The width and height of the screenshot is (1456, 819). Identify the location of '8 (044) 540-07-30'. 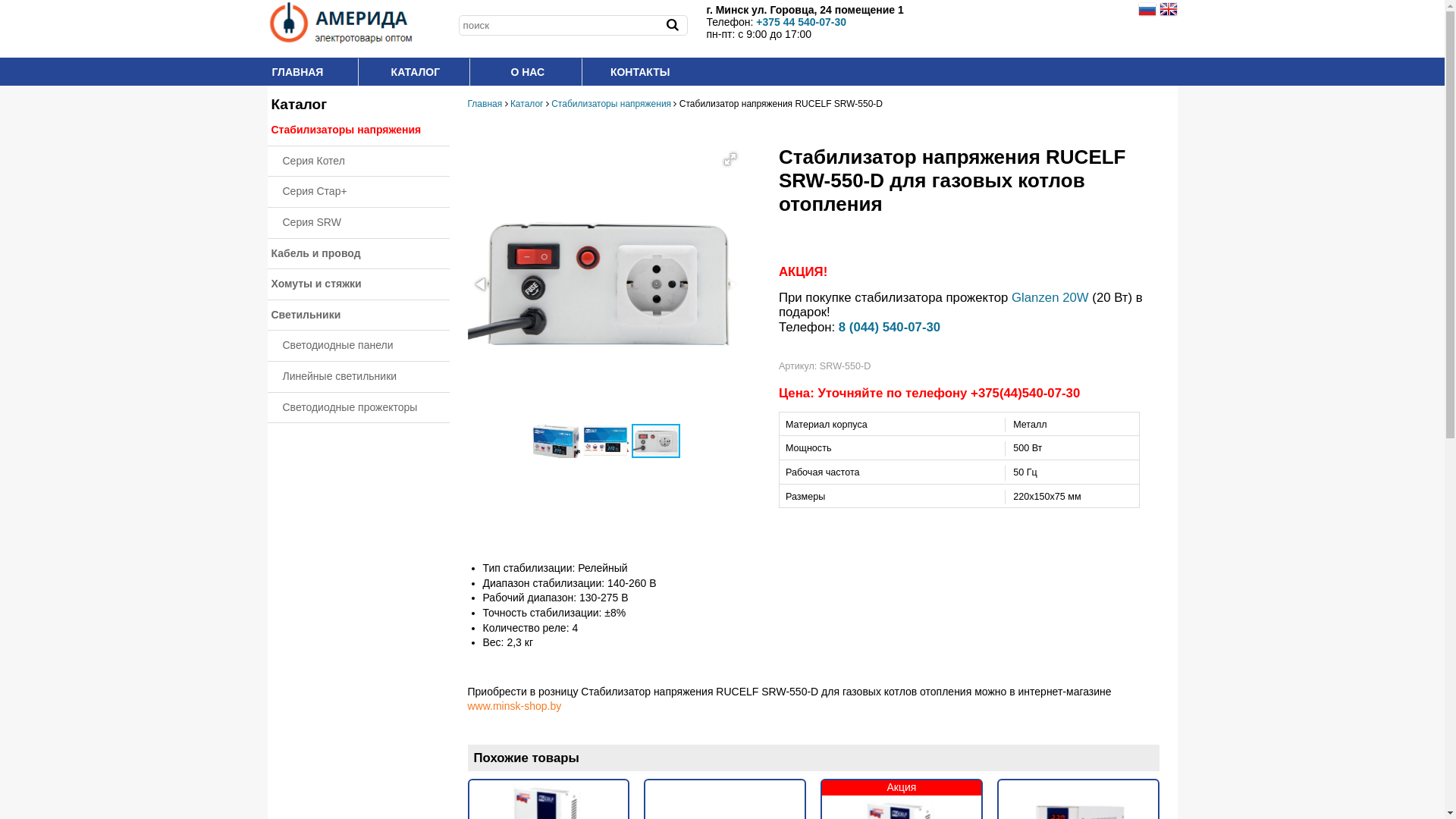
(889, 326).